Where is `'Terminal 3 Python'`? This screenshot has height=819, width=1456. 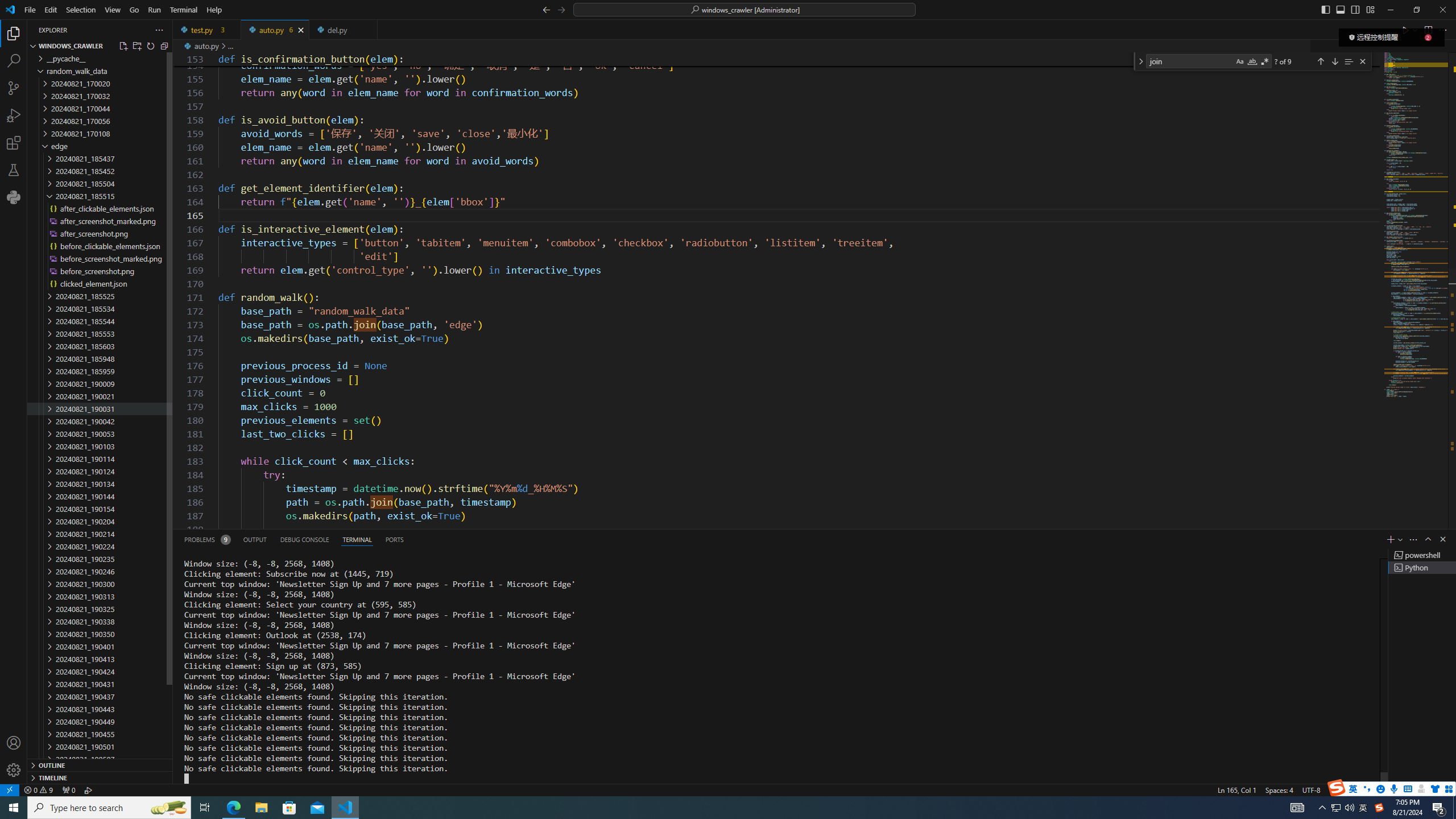
'Terminal 3 Python' is located at coordinates (1422, 566).